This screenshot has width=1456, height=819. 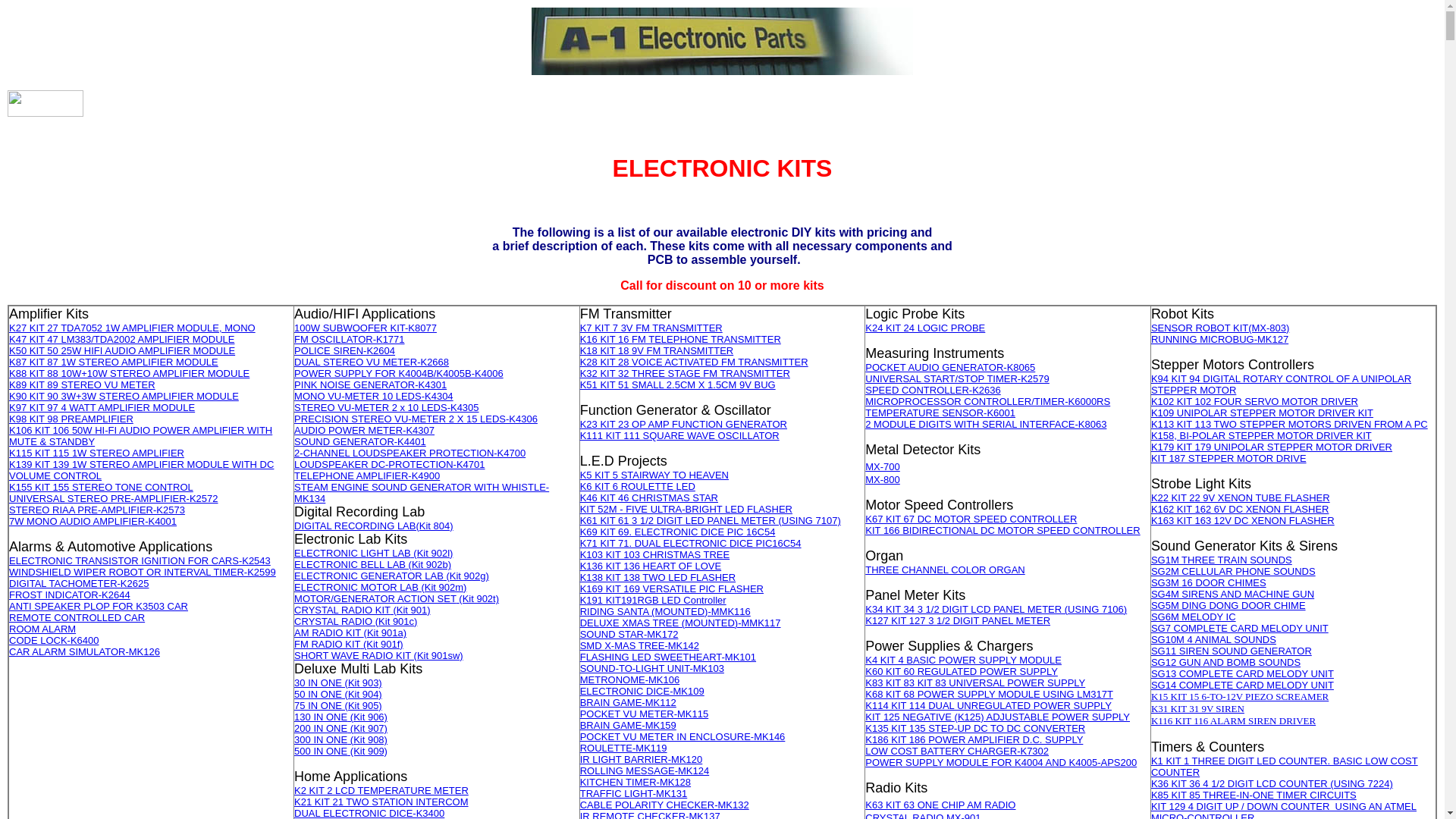 What do you see at coordinates (642, 691) in the screenshot?
I see `'ELECTRONIC DICE-MK109'` at bounding box center [642, 691].